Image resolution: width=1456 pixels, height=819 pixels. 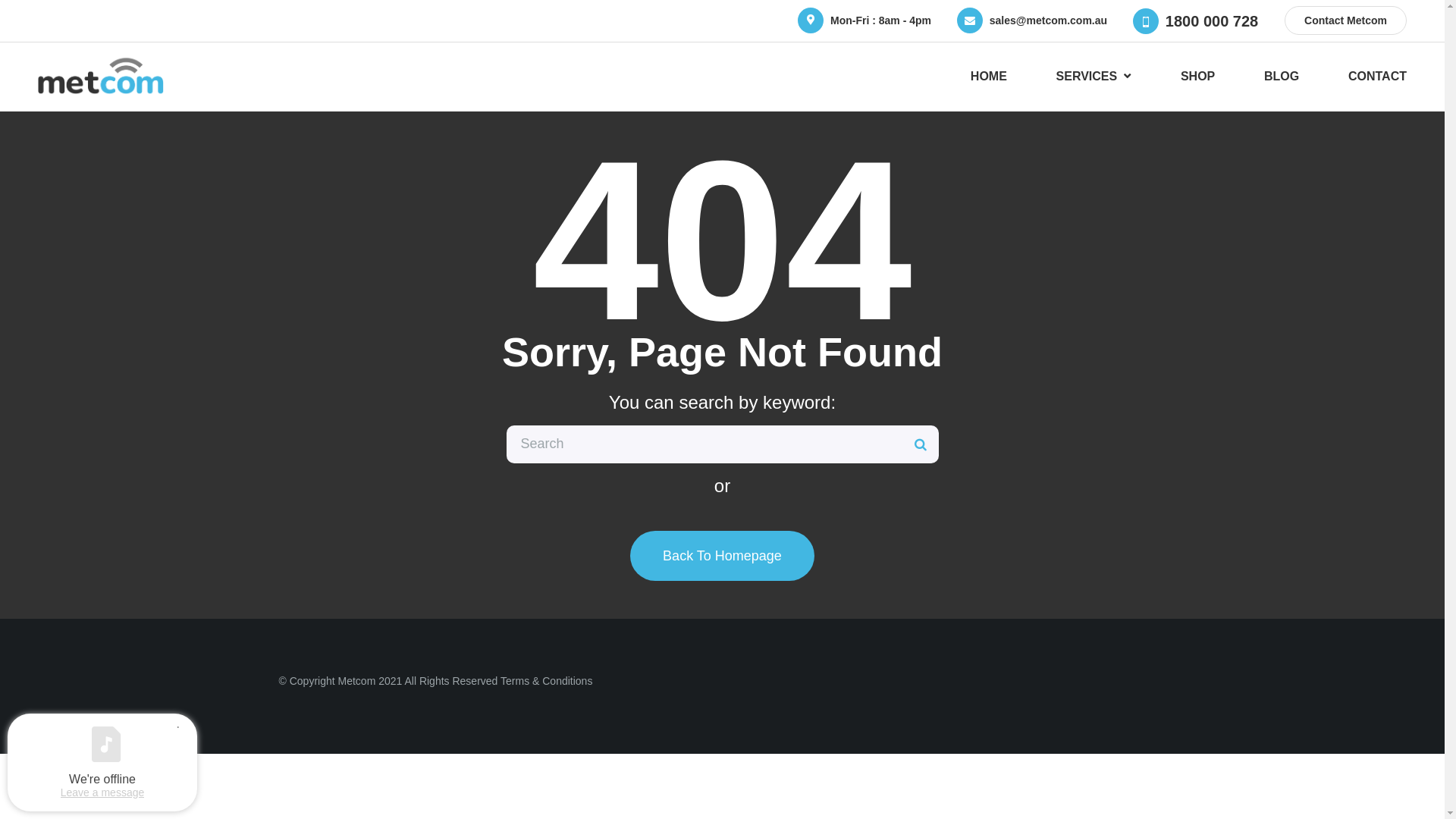 What do you see at coordinates (1280, 76) in the screenshot?
I see `'BLOG'` at bounding box center [1280, 76].